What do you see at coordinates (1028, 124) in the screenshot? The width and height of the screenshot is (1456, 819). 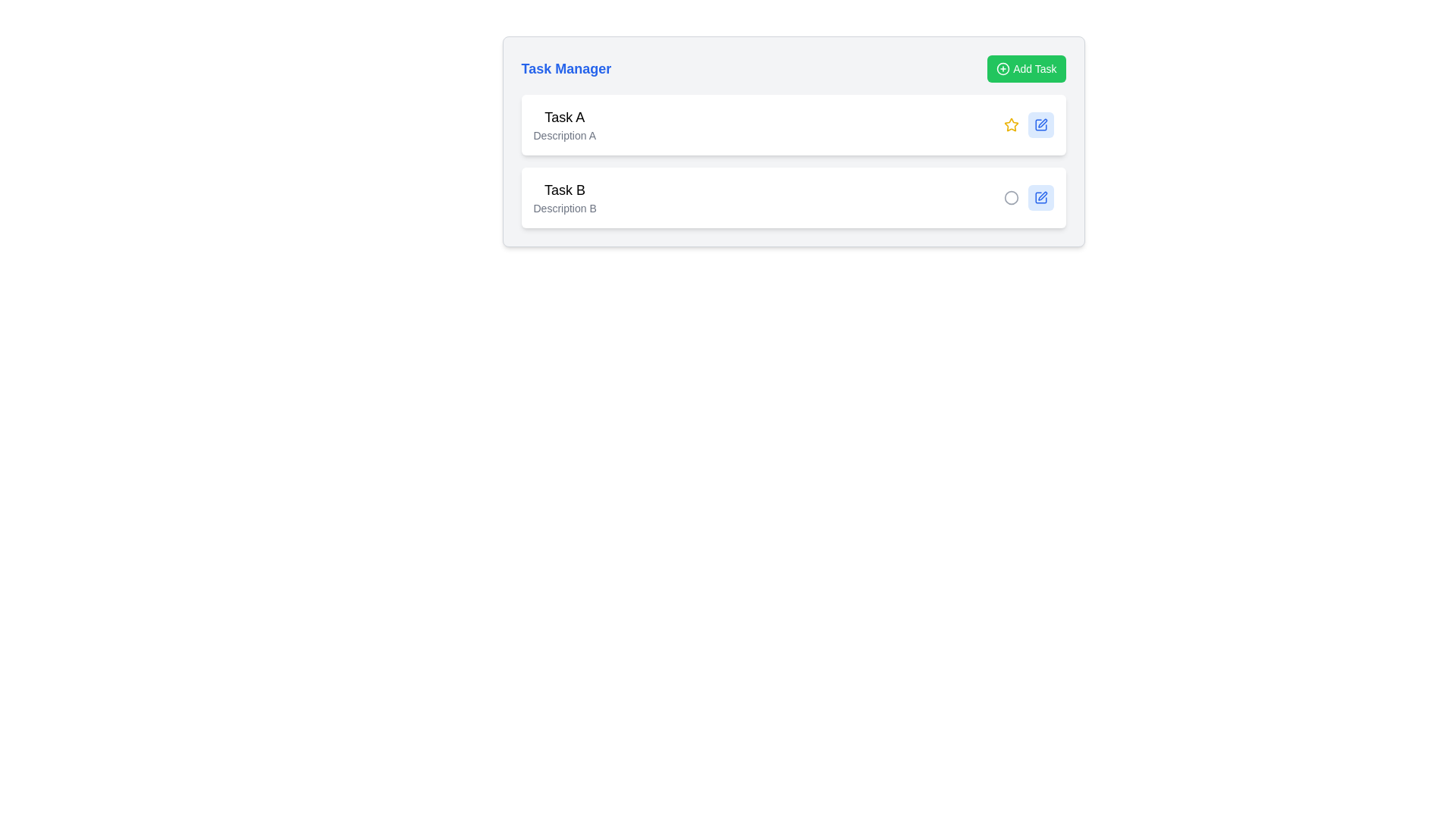 I see `the star icon located within the task card labeled 'Task A - Description A'` at bounding box center [1028, 124].